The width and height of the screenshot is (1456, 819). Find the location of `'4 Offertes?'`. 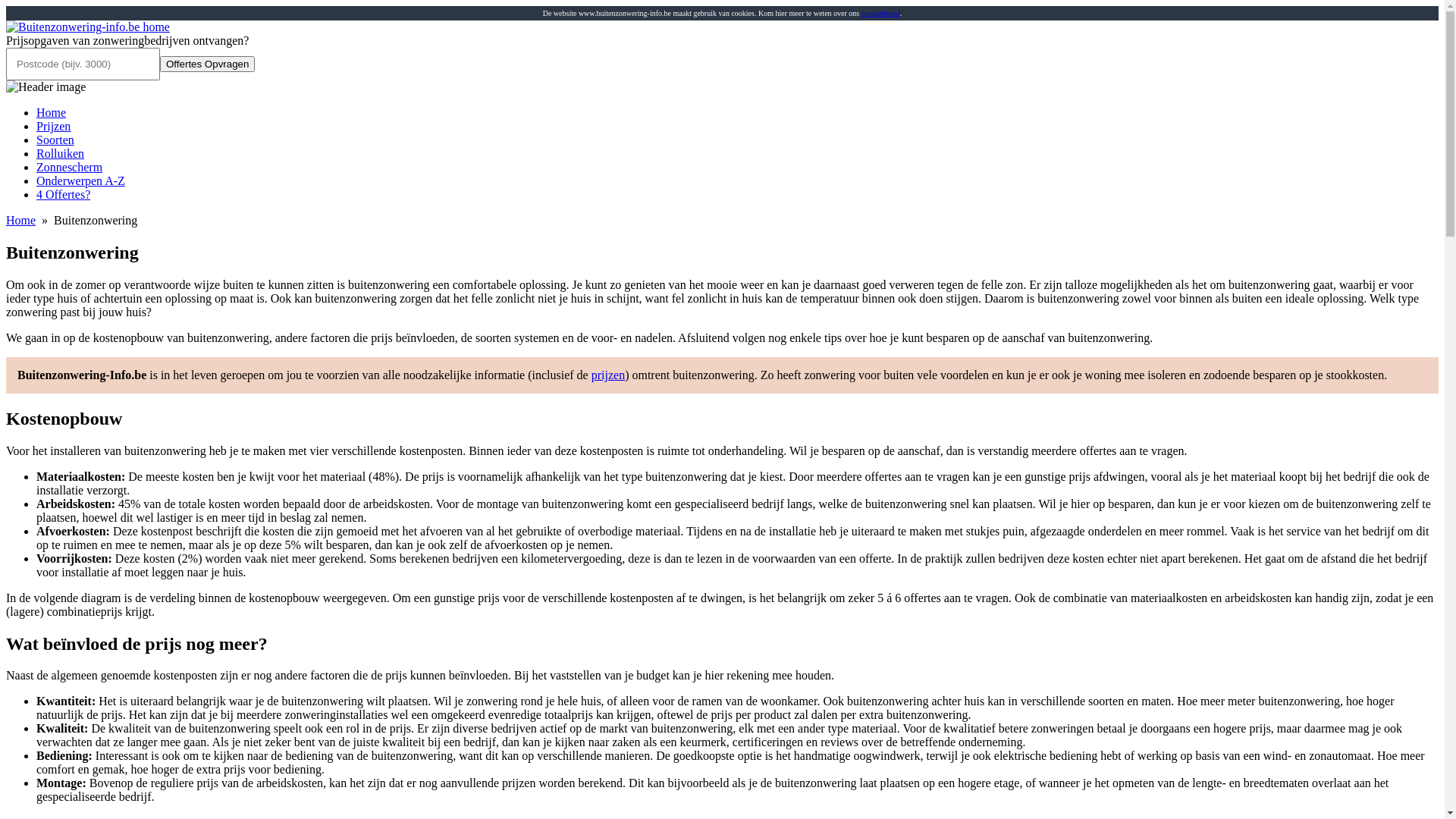

'4 Offertes?' is located at coordinates (62, 193).